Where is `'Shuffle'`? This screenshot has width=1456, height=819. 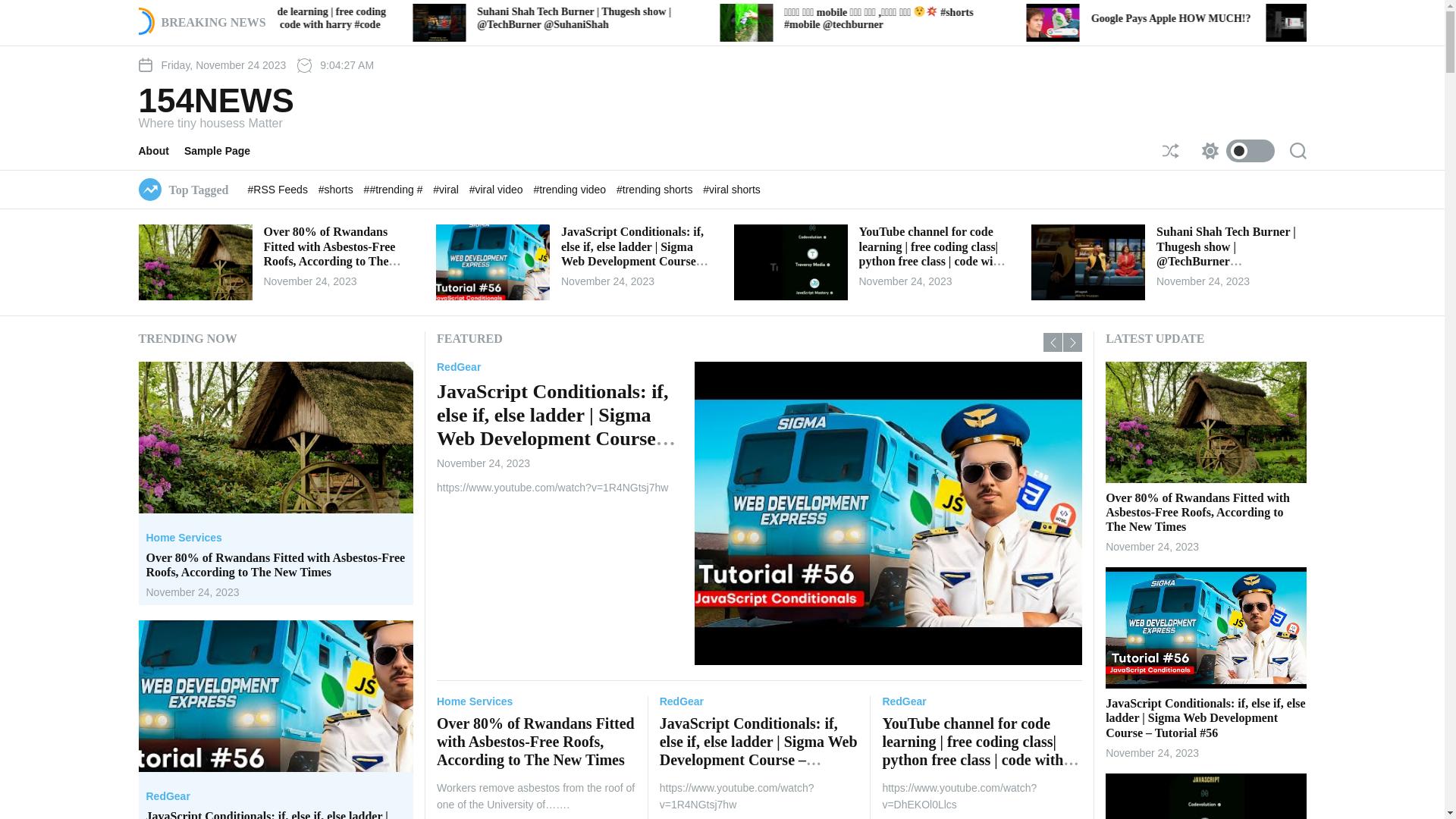 'Shuffle' is located at coordinates (1160, 151).